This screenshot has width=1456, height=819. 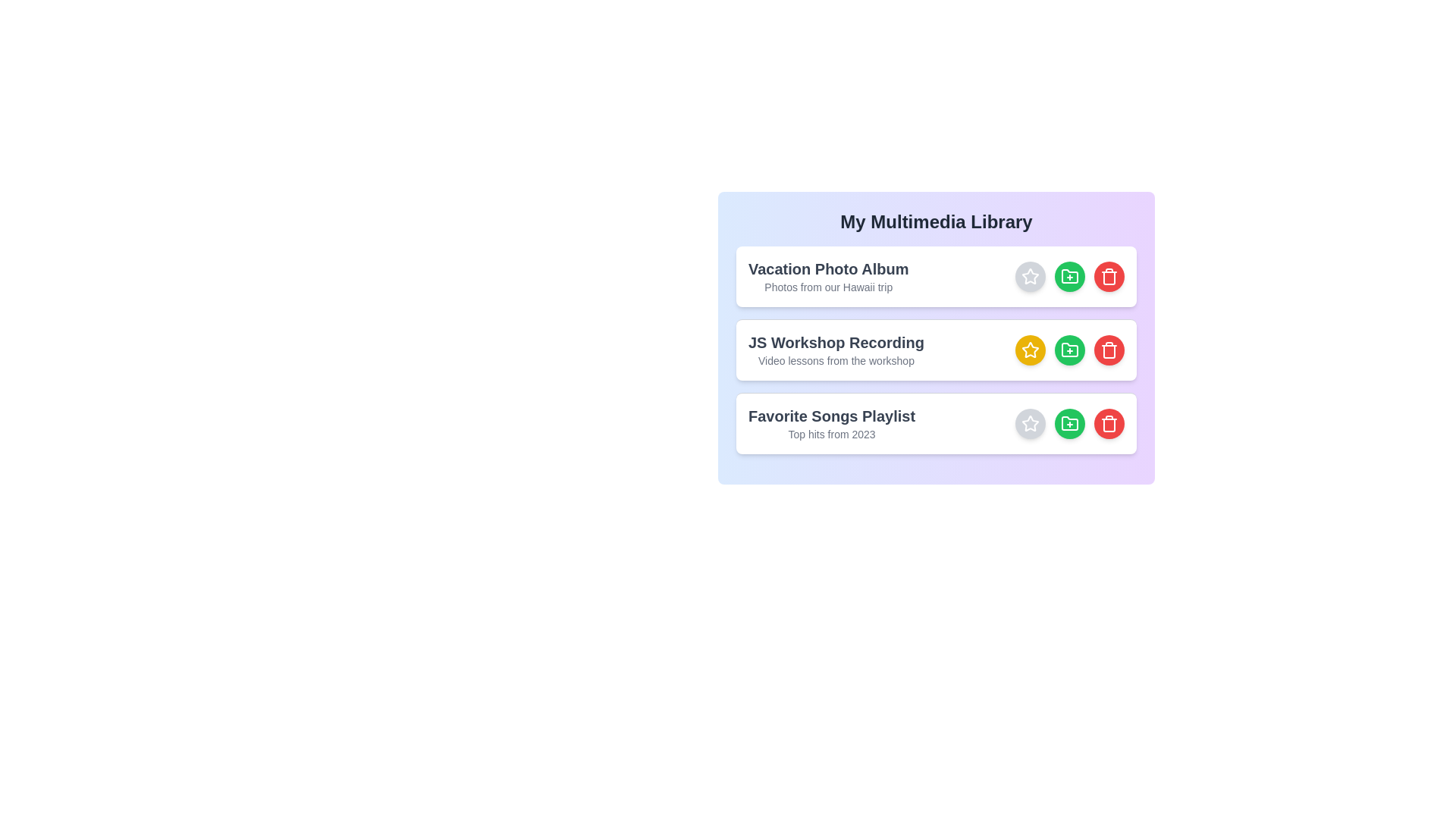 What do you see at coordinates (1069, 277) in the screenshot?
I see `the second button from the left in the horizontal group of interactive buttons for keyboard navigation, associated with adding a new item to the 'Vacation Photo Album'` at bounding box center [1069, 277].